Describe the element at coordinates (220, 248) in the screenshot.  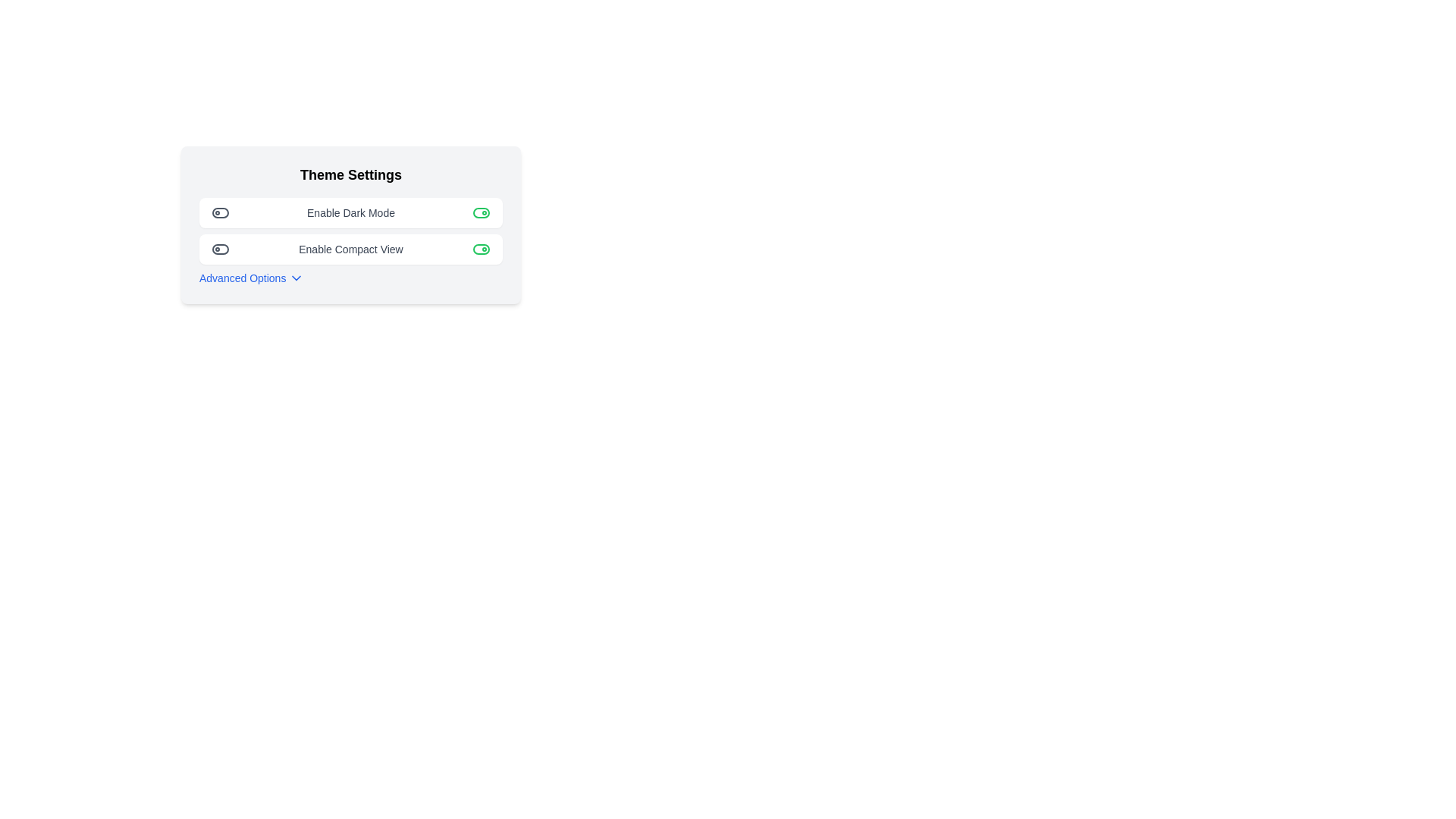
I see `the background shape of the toggle switch located in the second row under the 'Theme Settings' header, which aligns horizontally with the label 'Enable Compact View'` at that location.